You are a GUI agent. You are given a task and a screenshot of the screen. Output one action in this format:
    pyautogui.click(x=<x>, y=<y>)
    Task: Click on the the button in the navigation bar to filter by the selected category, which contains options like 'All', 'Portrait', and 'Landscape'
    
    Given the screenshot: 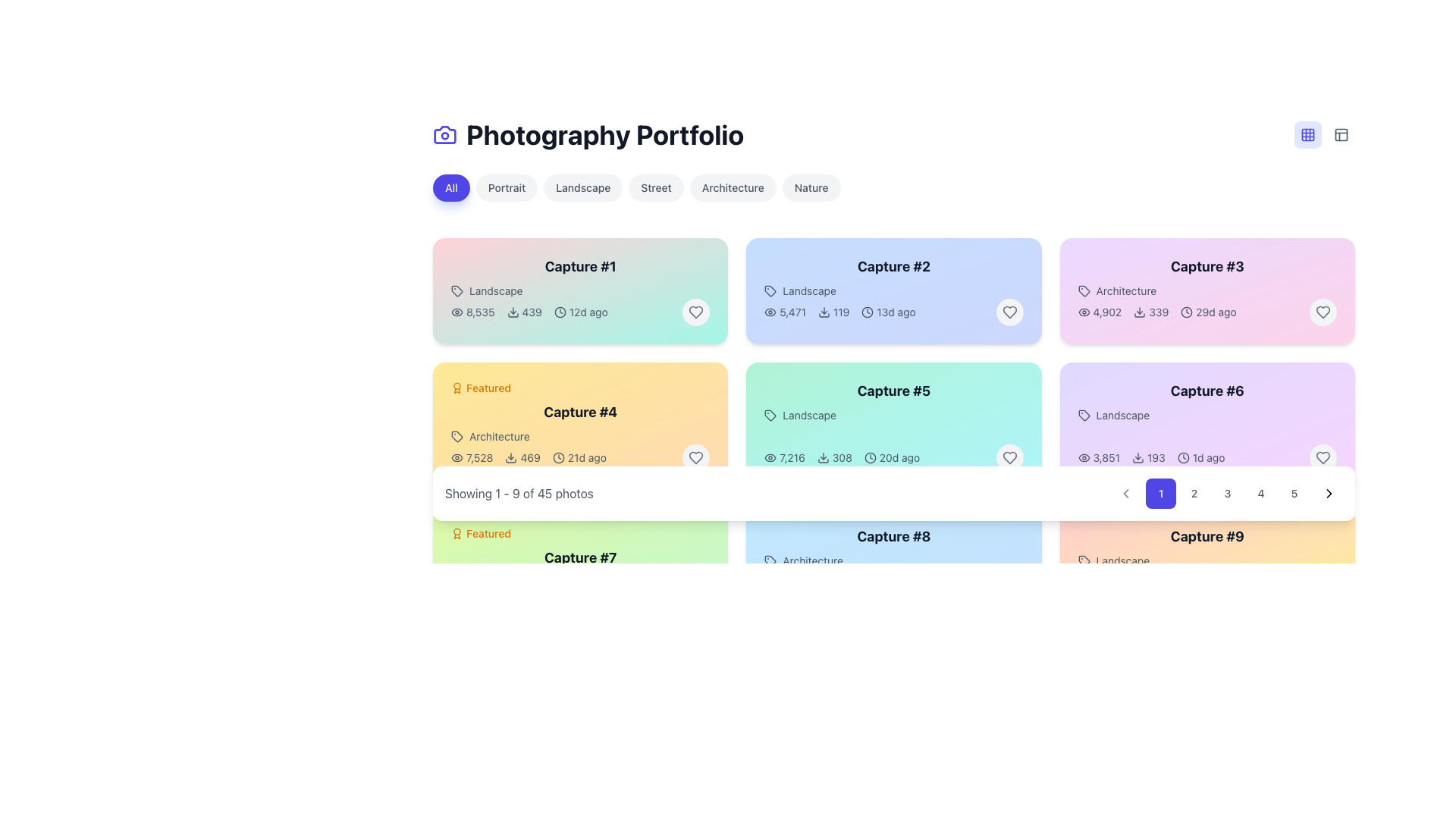 What is the action you would take?
    pyautogui.click(x=894, y=187)
    